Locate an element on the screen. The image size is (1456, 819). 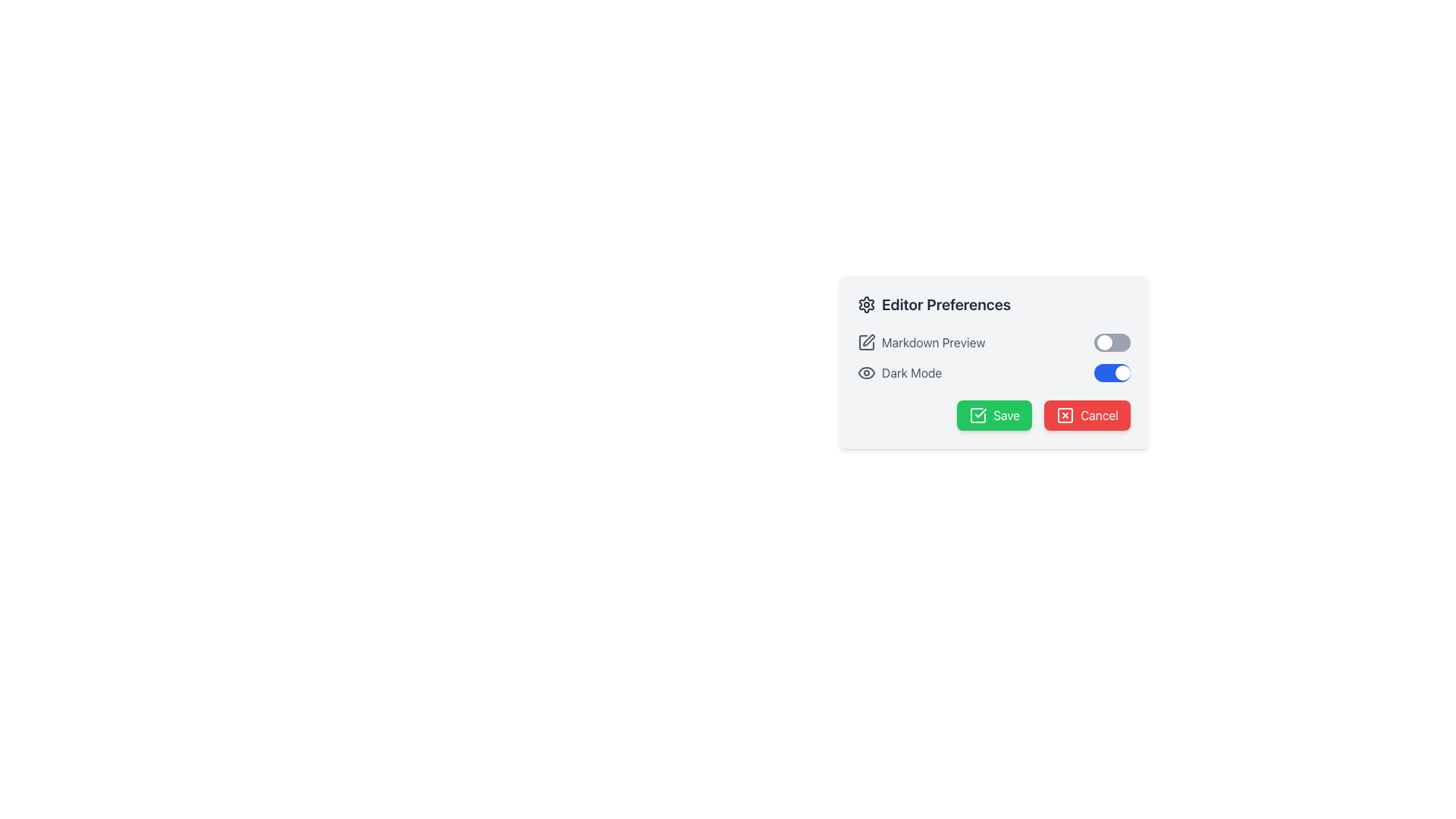
the pen-shaped icon located in the top-left corner of the 'Editor Preferences' modal, which is within a square boundary is located at coordinates (869, 339).